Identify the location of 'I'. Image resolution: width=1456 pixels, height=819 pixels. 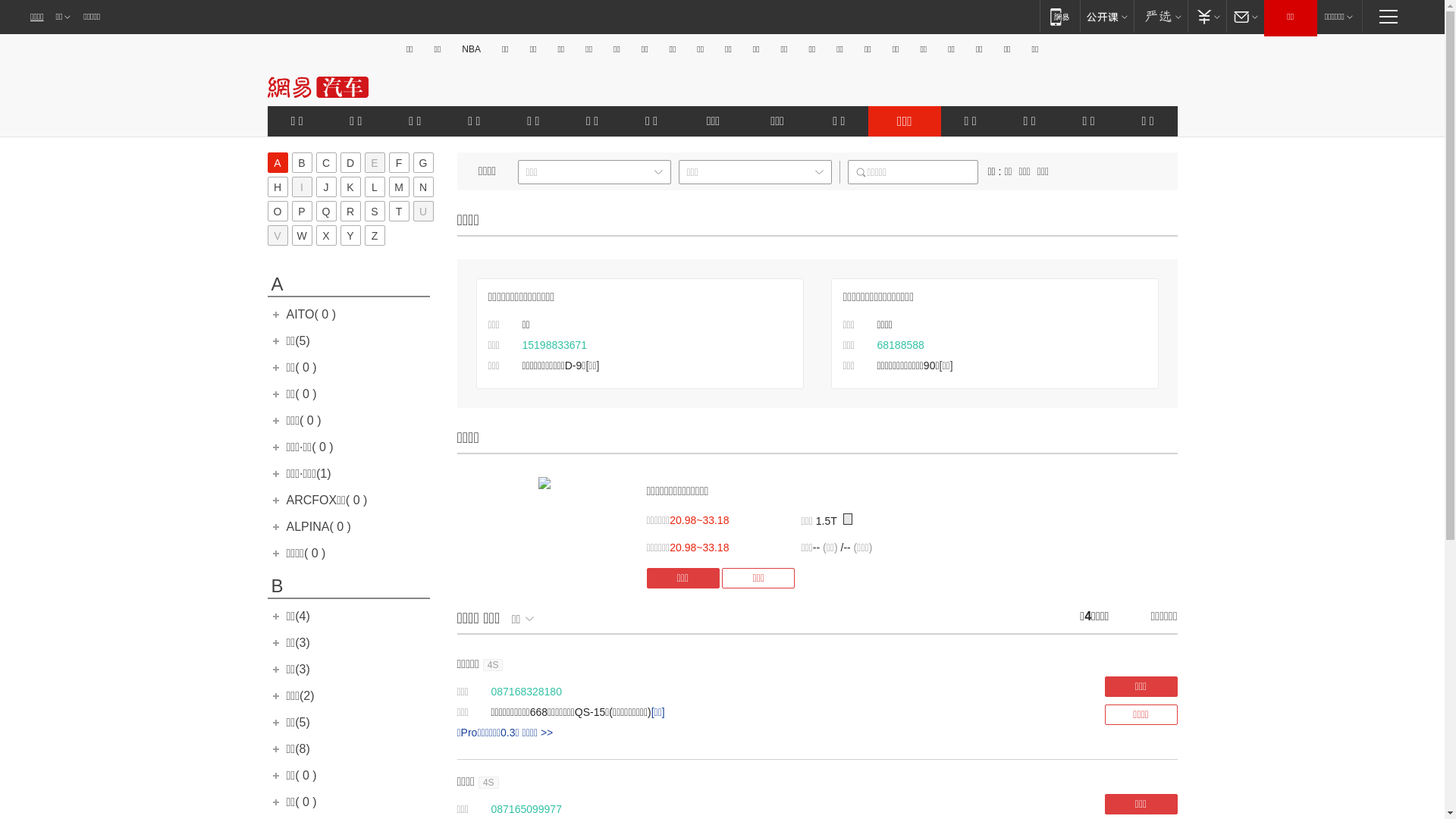
(301, 186).